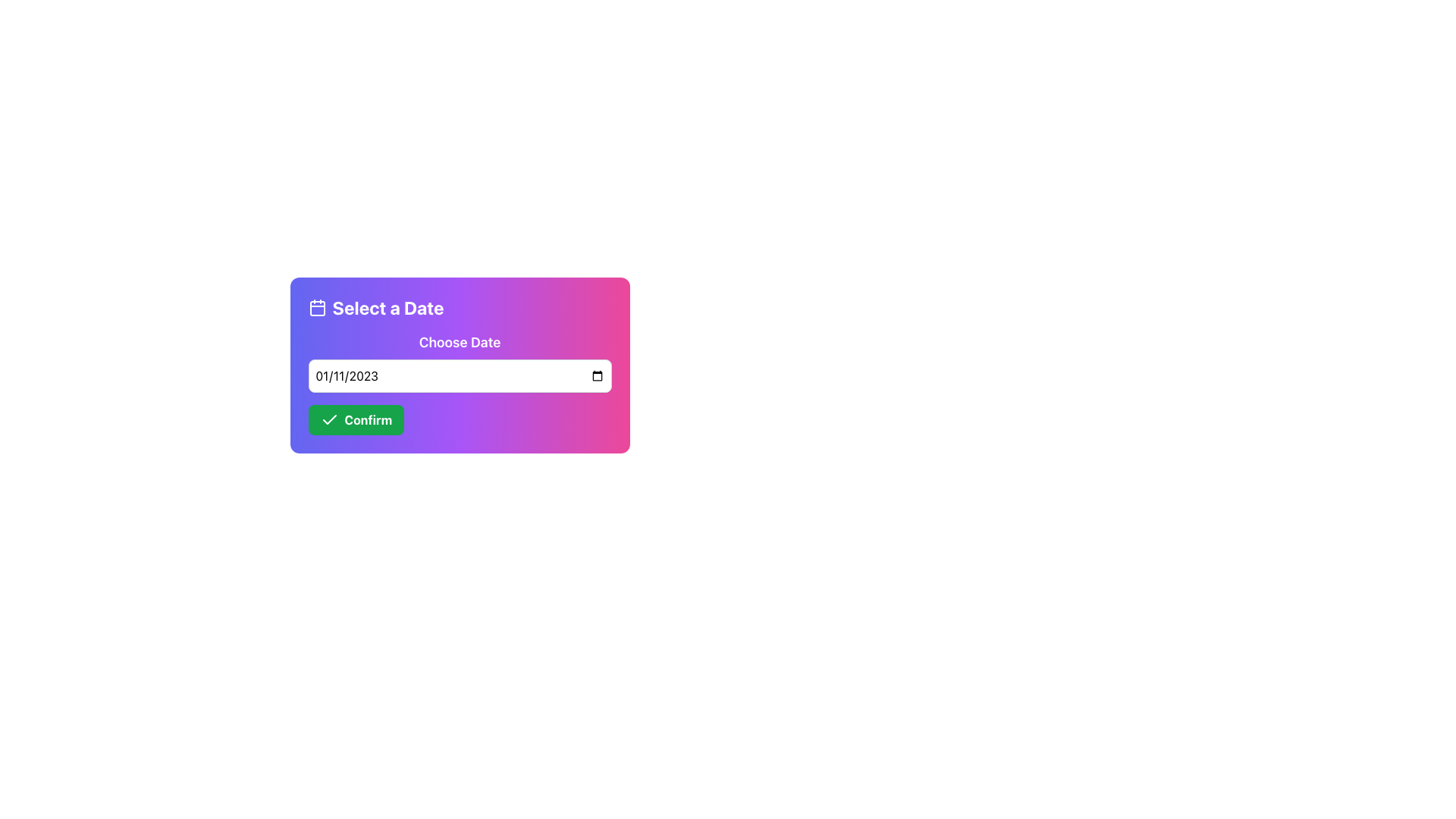  I want to click on the Text Label that describes the date input field, positioned directly above the date input box and below the 'Select a Date' header, so click(459, 362).